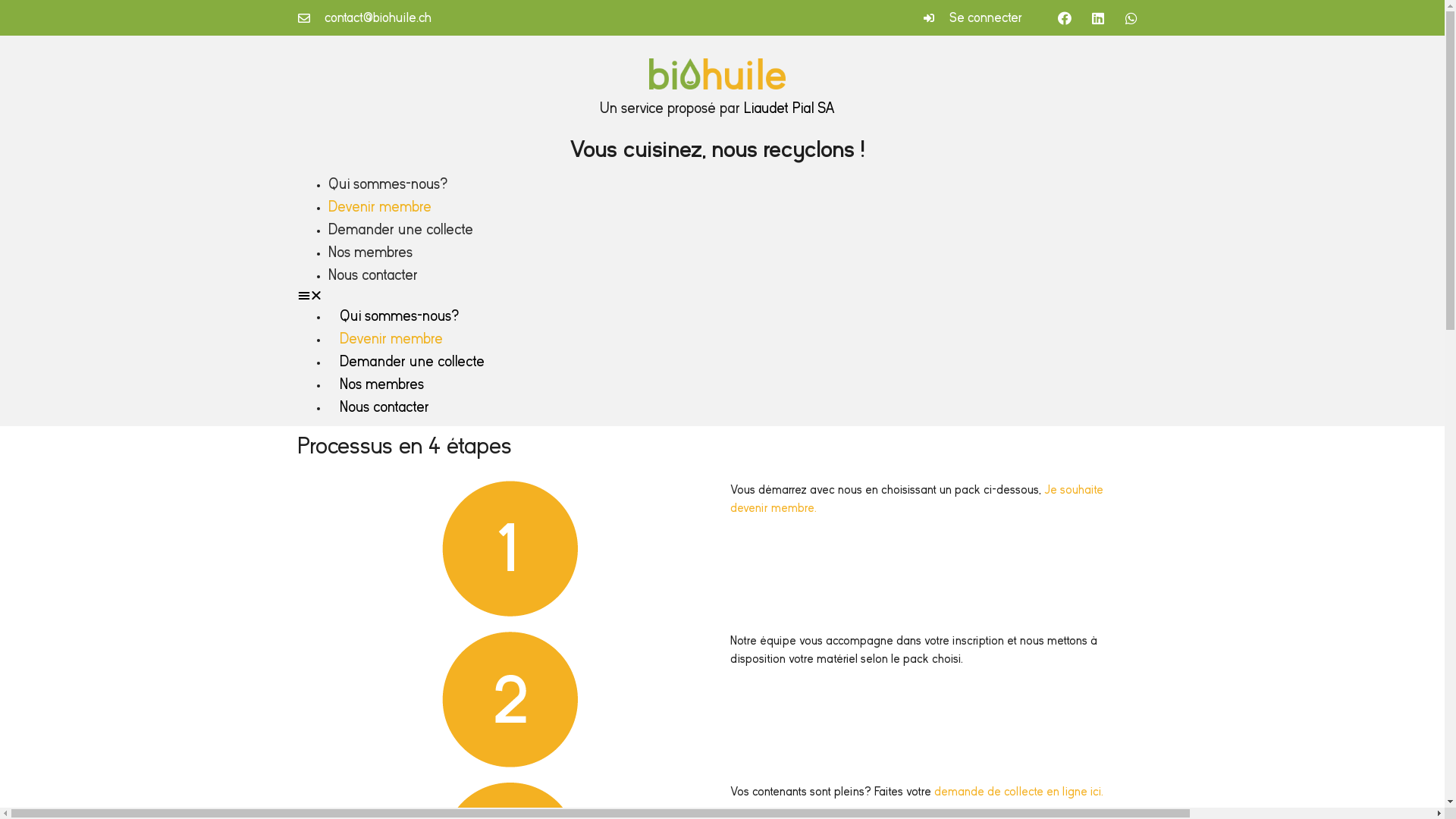  Describe the element at coordinates (735, 17) in the screenshot. I see `'Se connecter'` at that location.